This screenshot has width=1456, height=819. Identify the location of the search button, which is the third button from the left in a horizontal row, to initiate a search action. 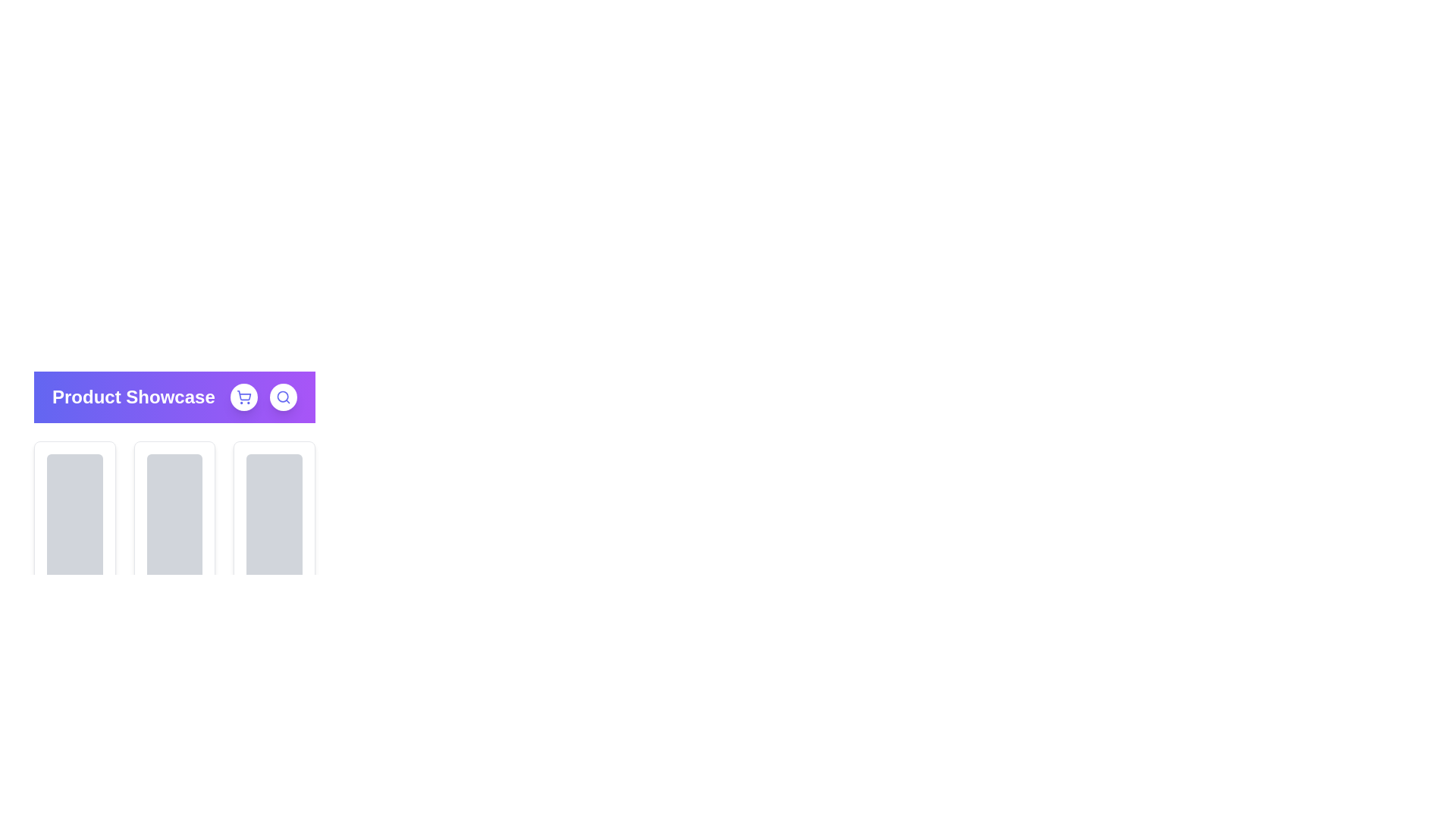
(284, 397).